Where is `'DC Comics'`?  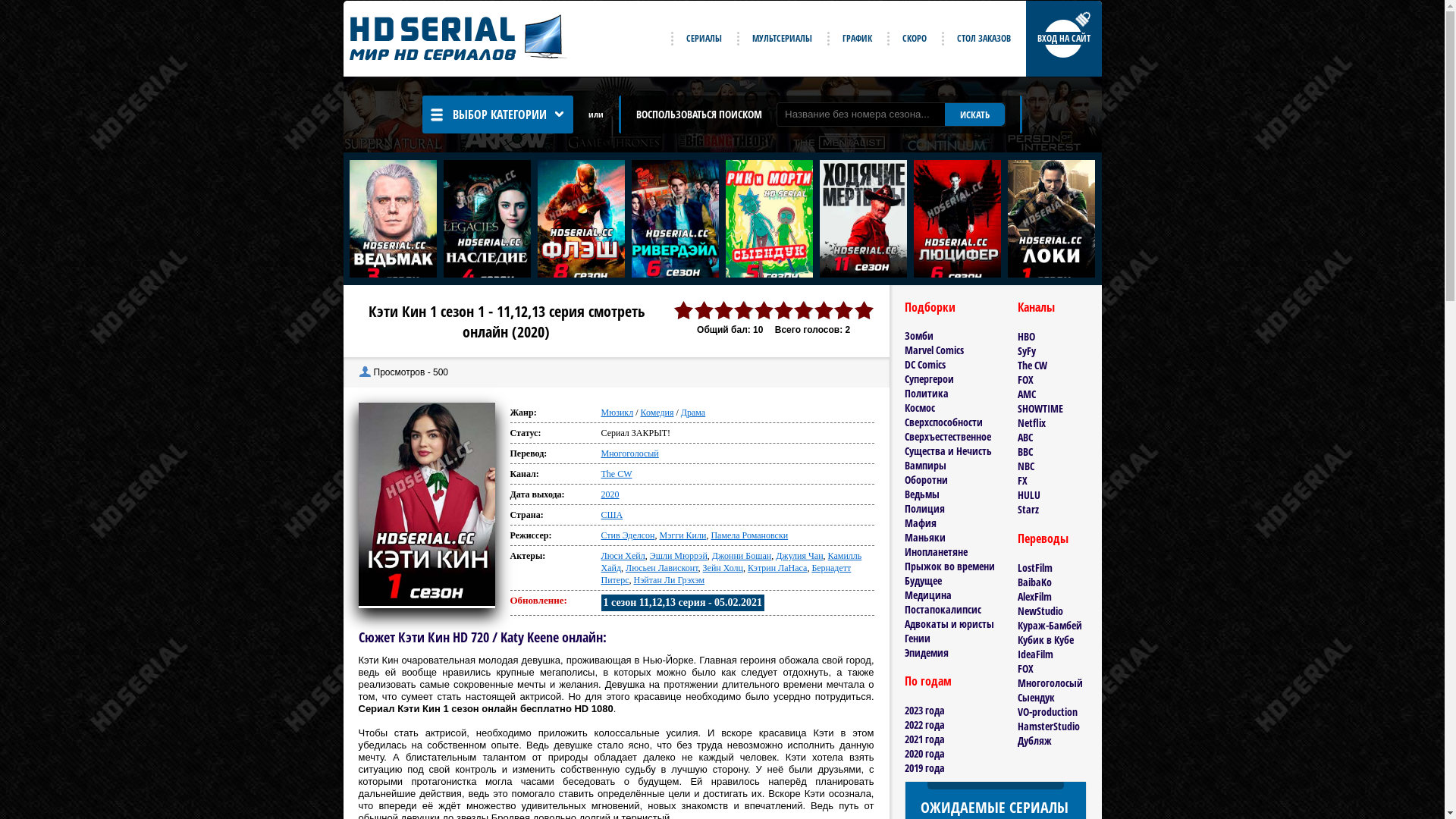
'DC Comics' is located at coordinates (924, 364).